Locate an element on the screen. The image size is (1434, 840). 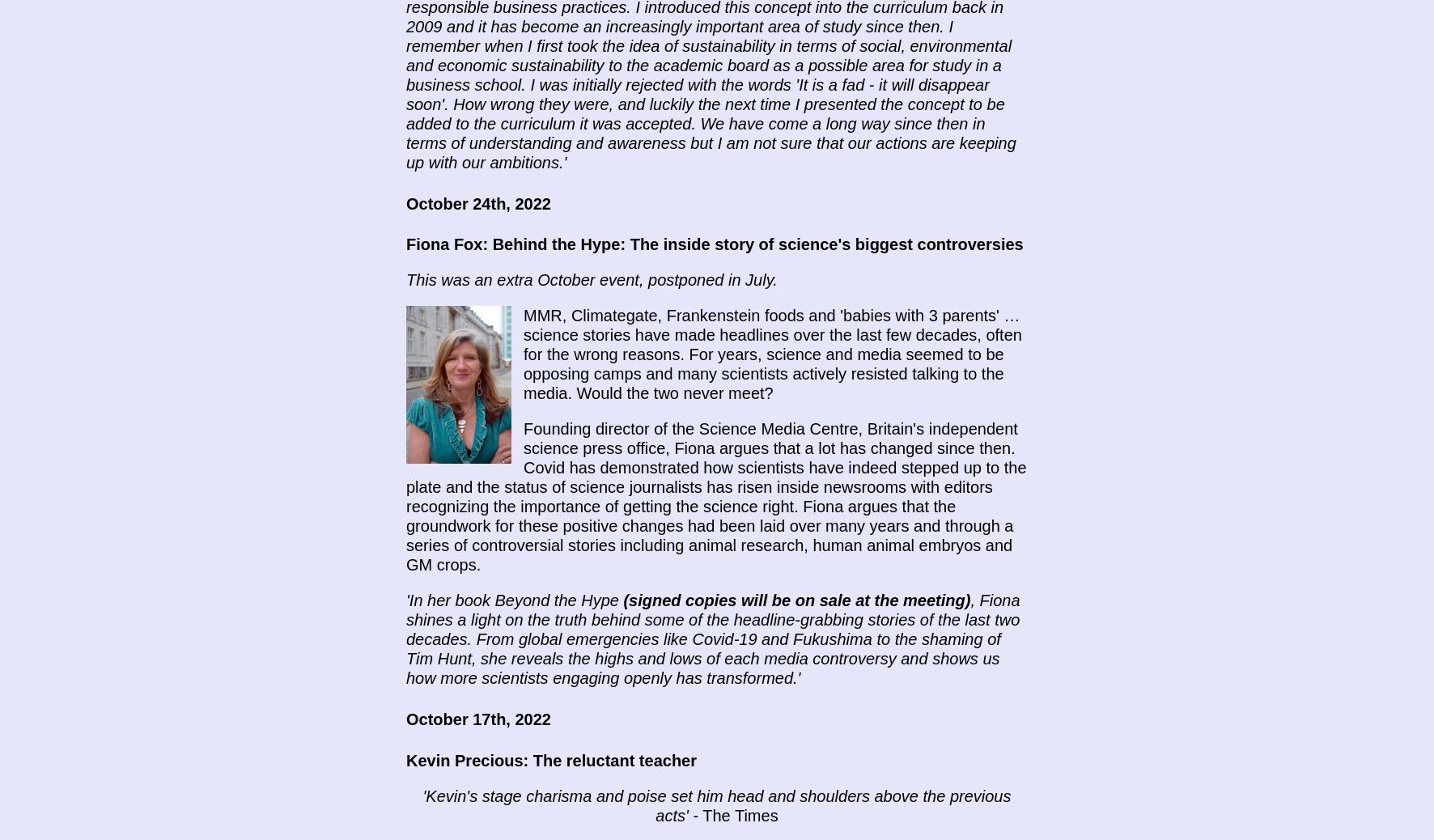
'Kevin Precious: The reluctant teacher' is located at coordinates (550, 759).